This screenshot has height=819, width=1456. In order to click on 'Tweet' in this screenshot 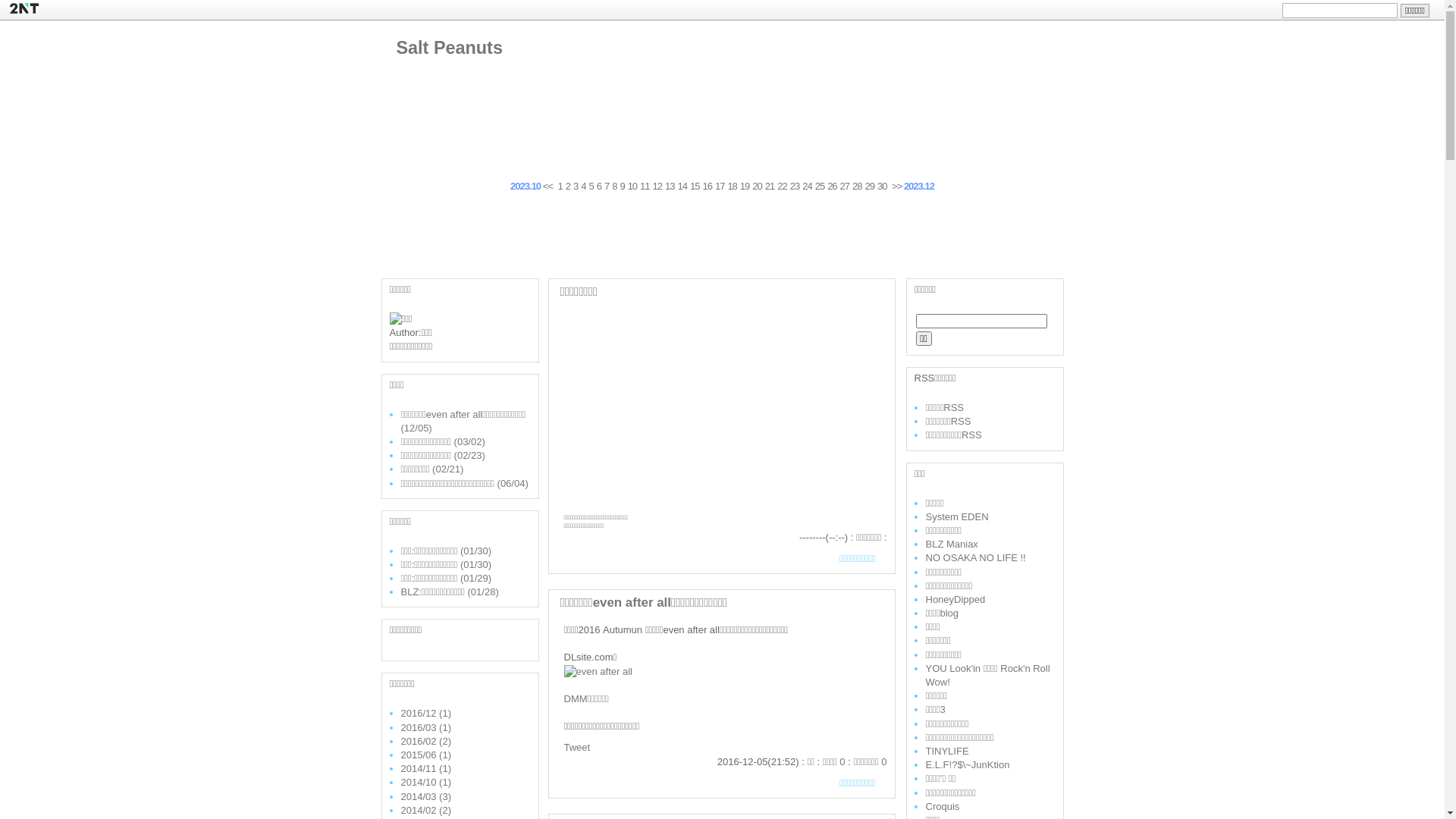, I will do `click(576, 746)`.